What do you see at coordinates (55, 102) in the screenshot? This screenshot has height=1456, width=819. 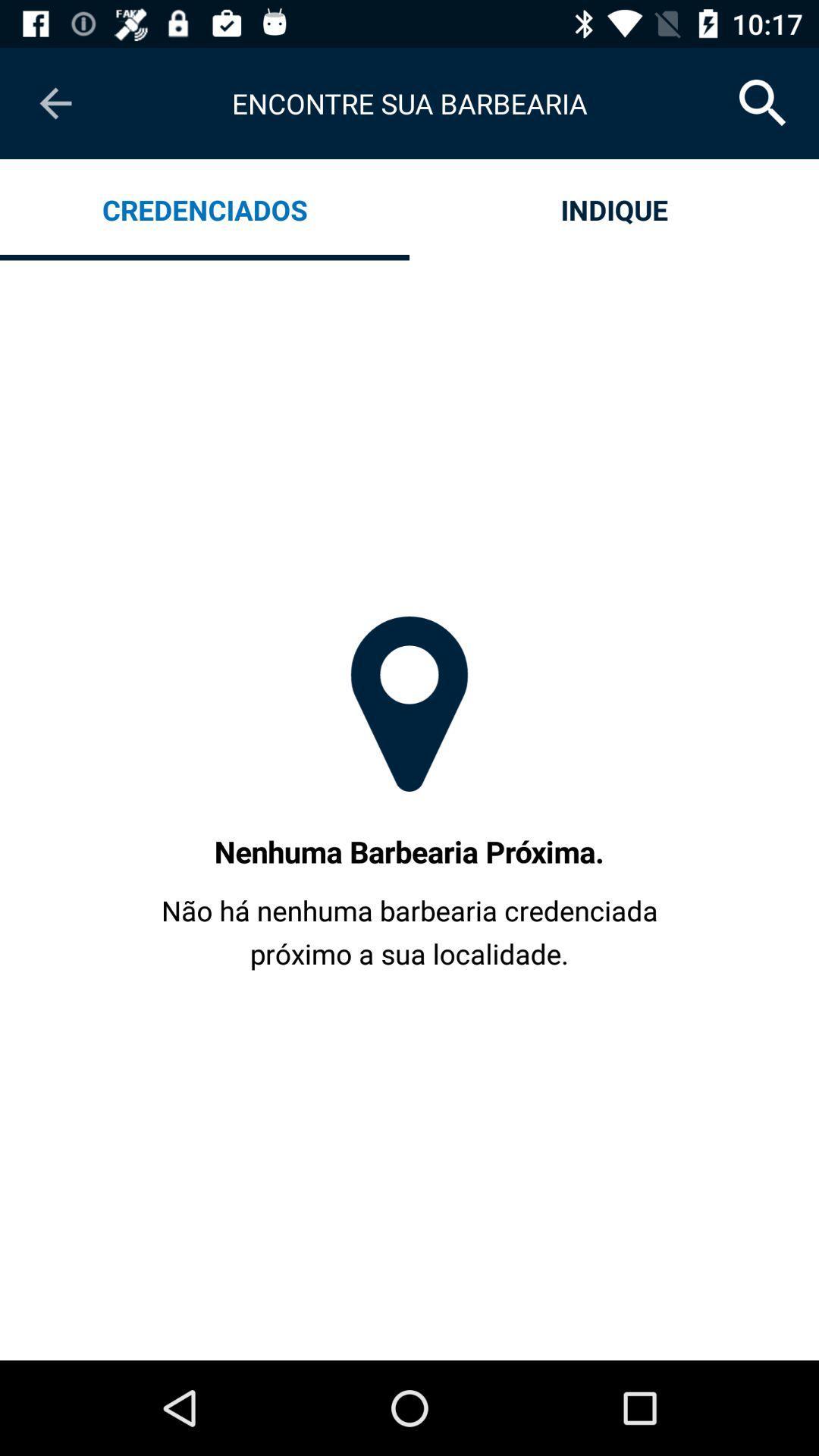 I see `the item above credenciados app` at bounding box center [55, 102].